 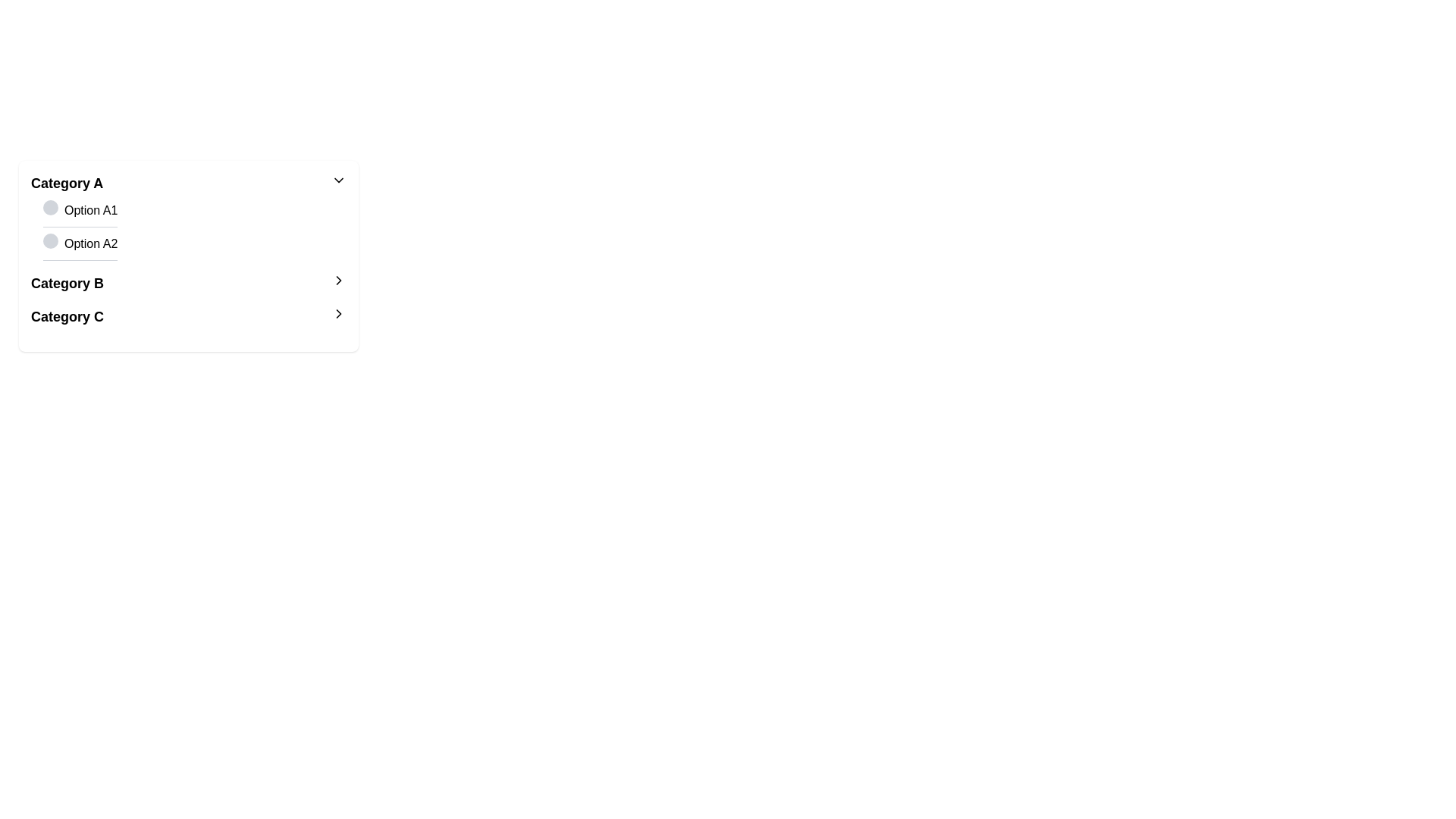 What do you see at coordinates (188, 231) in the screenshot?
I see `the radio button group located in the 'Category A' section, which contains options 'Option A1' and 'Option A2', positioned directly beneath the title 'Category A'` at bounding box center [188, 231].